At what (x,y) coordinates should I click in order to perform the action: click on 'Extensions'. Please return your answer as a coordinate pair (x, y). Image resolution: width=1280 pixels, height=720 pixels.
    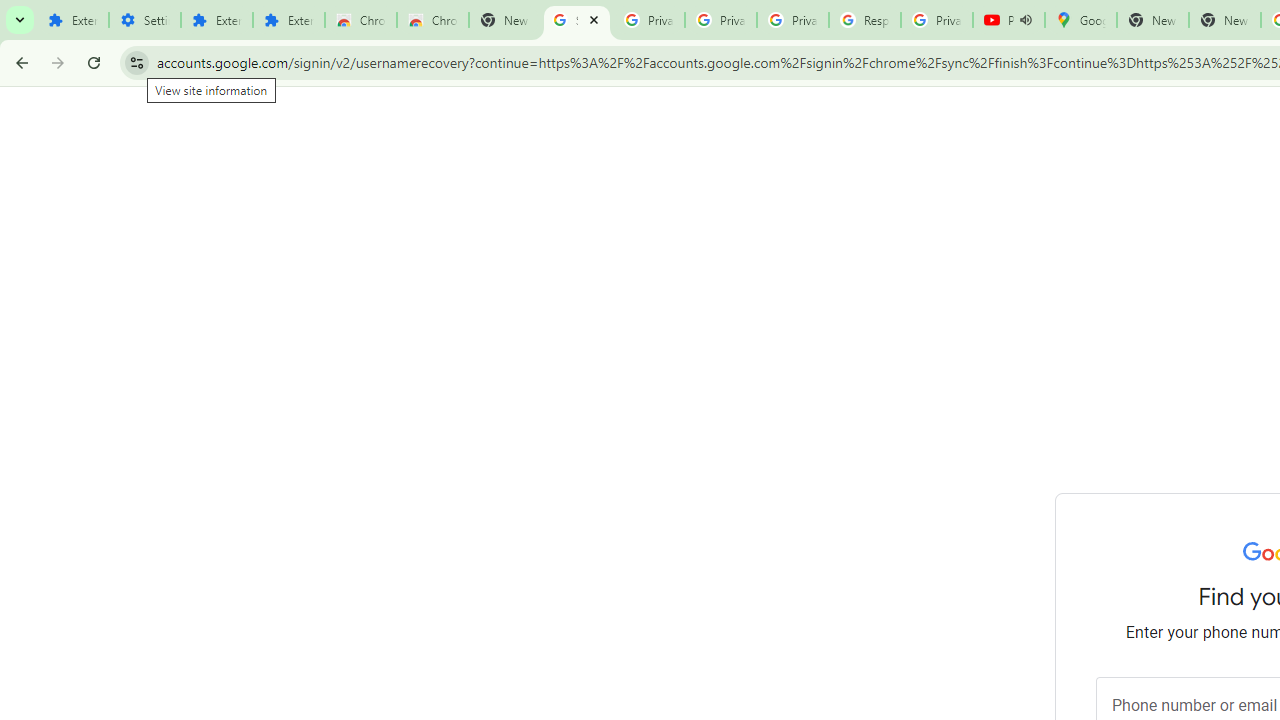
    Looking at the image, I should click on (216, 20).